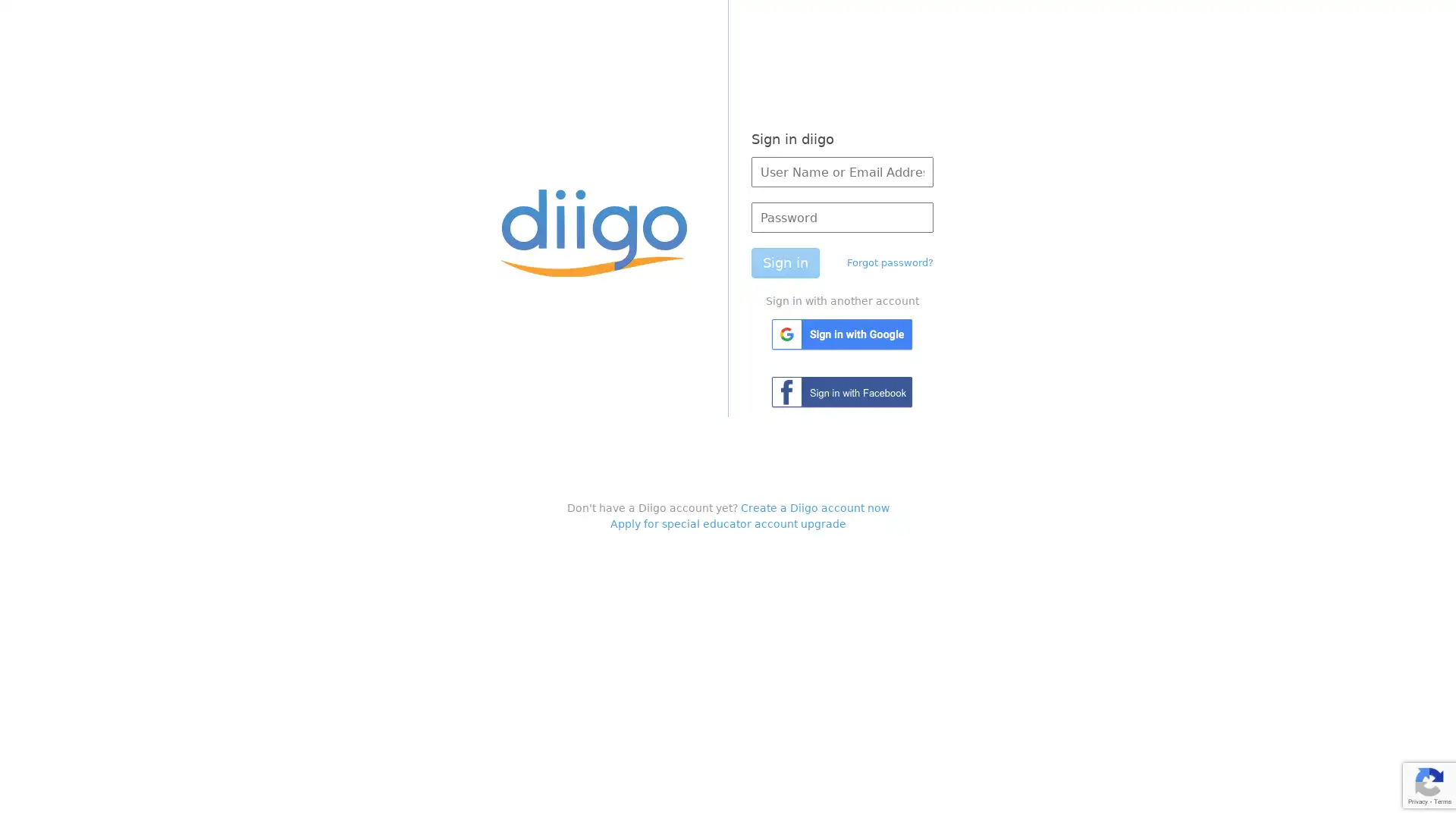  I want to click on Sign in, so click(785, 262).